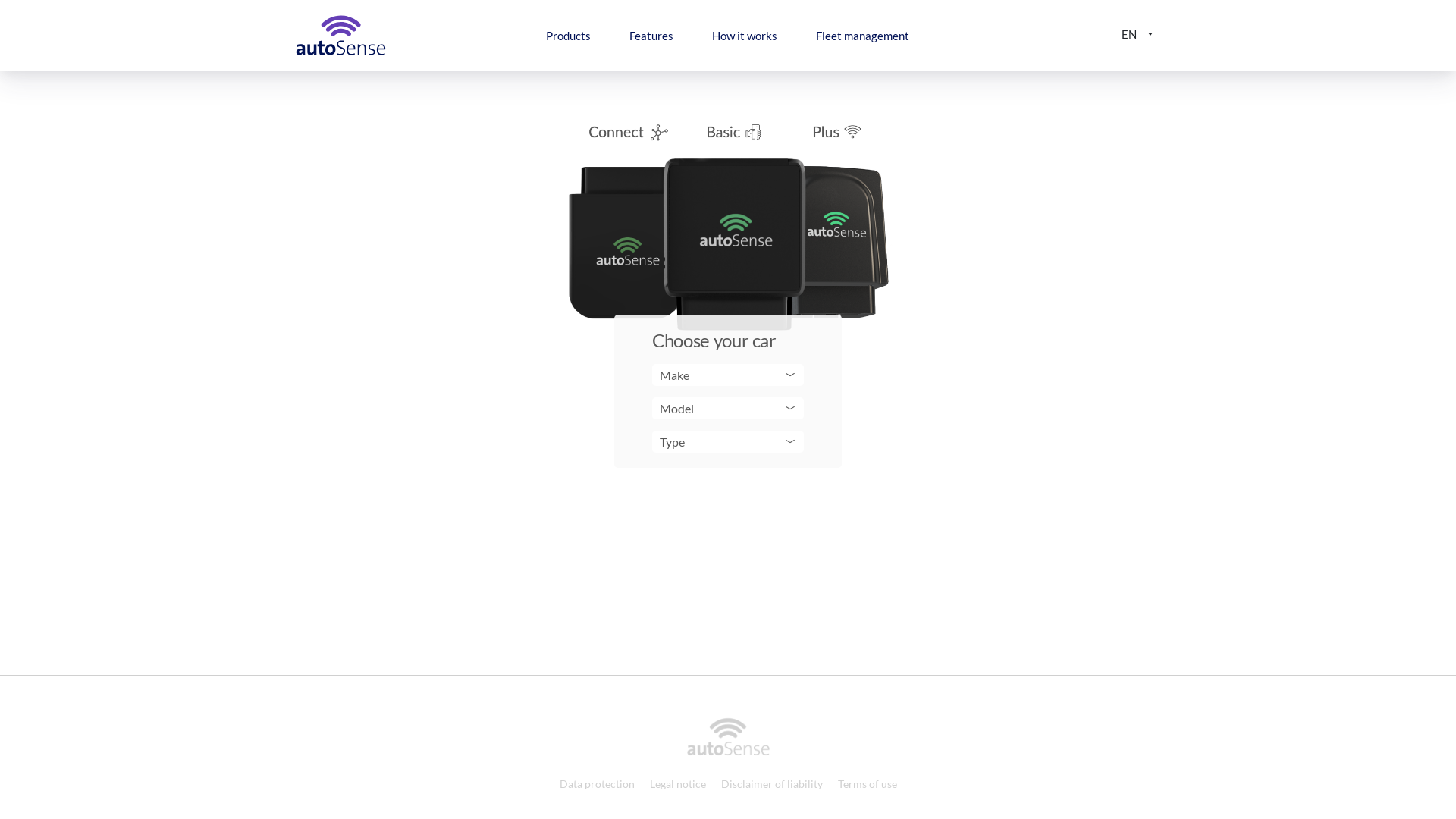 The height and width of the screenshot is (819, 1456). I want to click on 'Fleet management', so click(862, 35).